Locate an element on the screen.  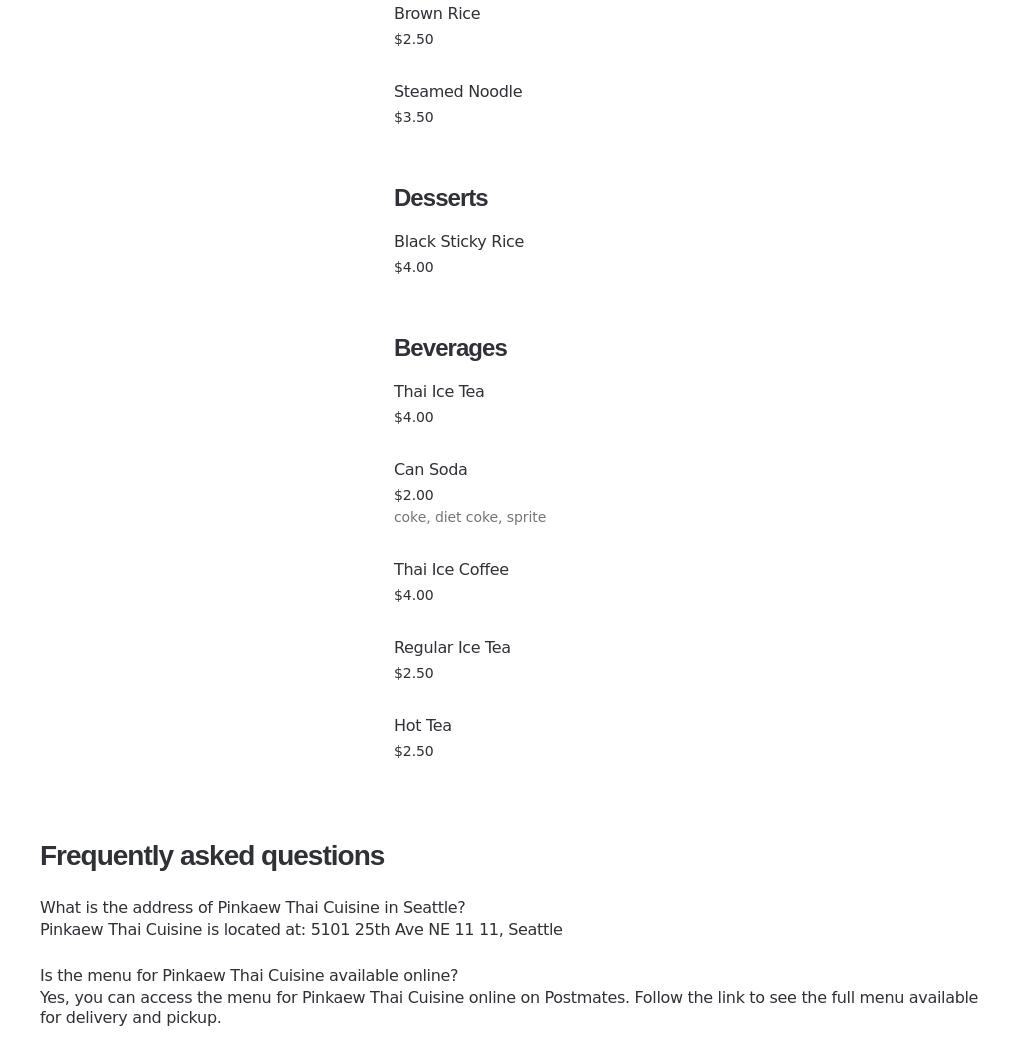
'Thai Ice Tea' is located at coordinates (393, 390).